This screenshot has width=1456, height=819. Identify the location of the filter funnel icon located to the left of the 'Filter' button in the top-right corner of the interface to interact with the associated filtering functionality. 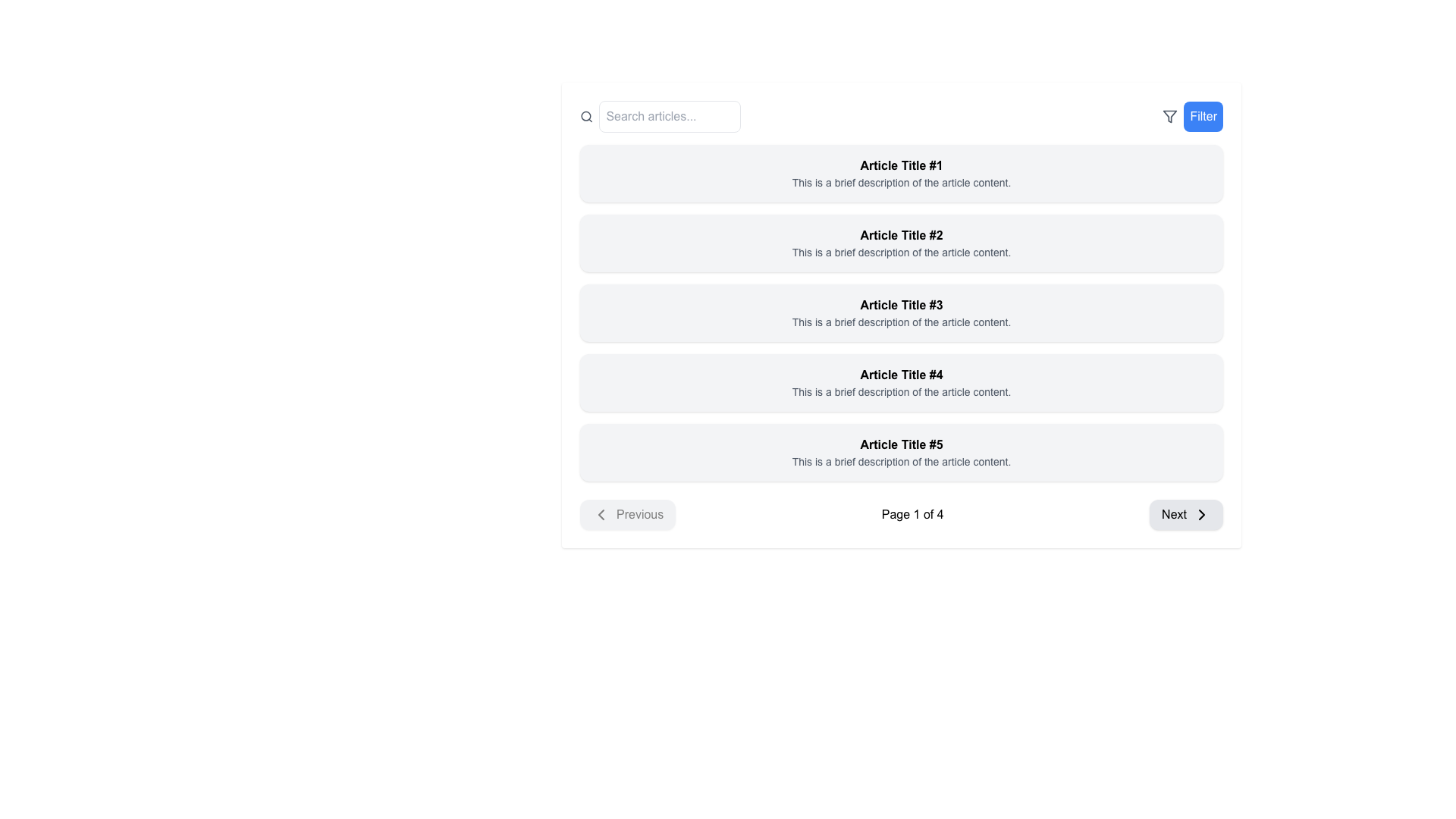
(1169, 116).